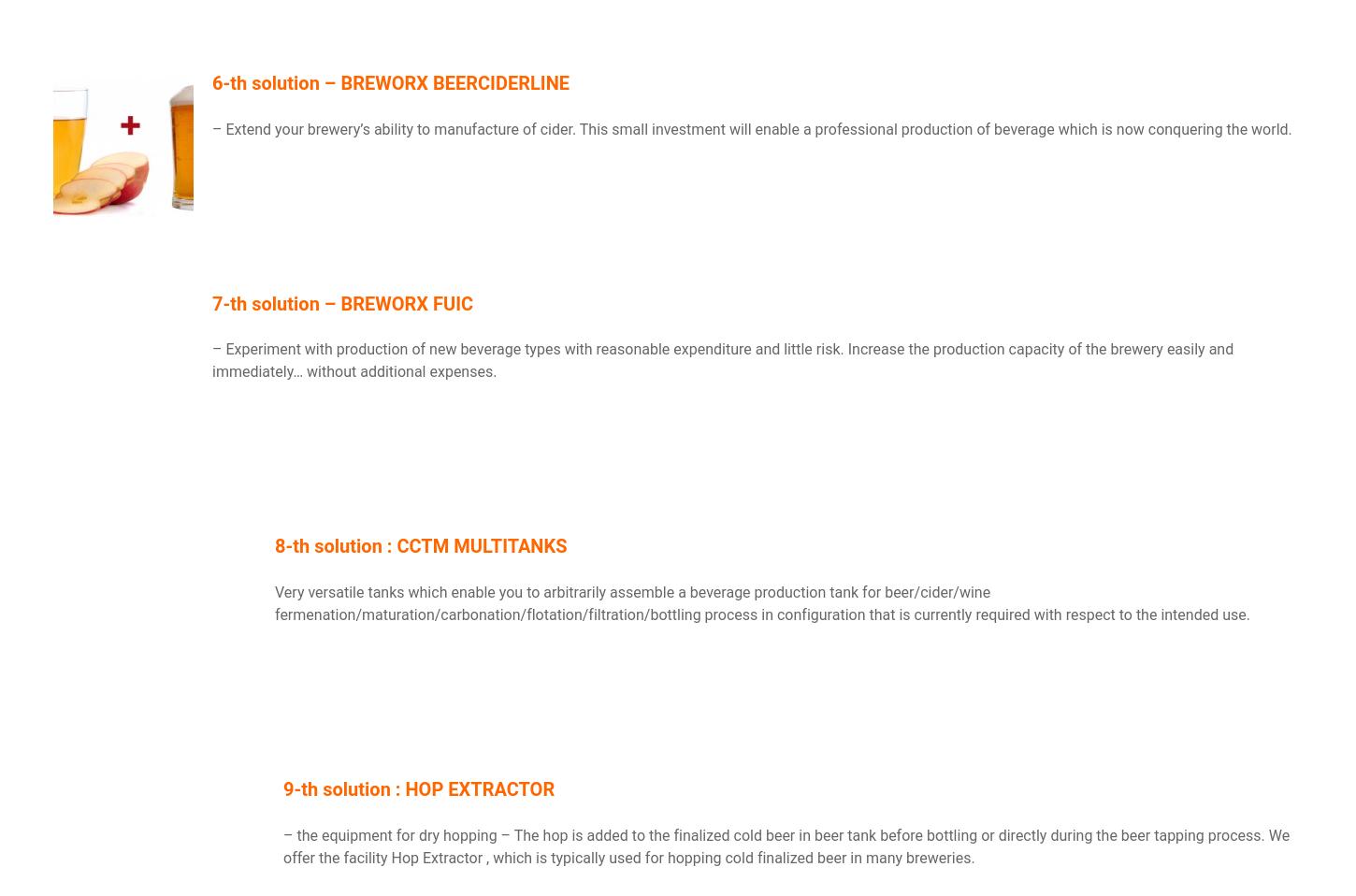  What do you see at coordinates (729, 857) in the screenshot?
I see `', which is typically used for hopping cold finalized beer in many breweries.'` at bounding box center [729, 857].